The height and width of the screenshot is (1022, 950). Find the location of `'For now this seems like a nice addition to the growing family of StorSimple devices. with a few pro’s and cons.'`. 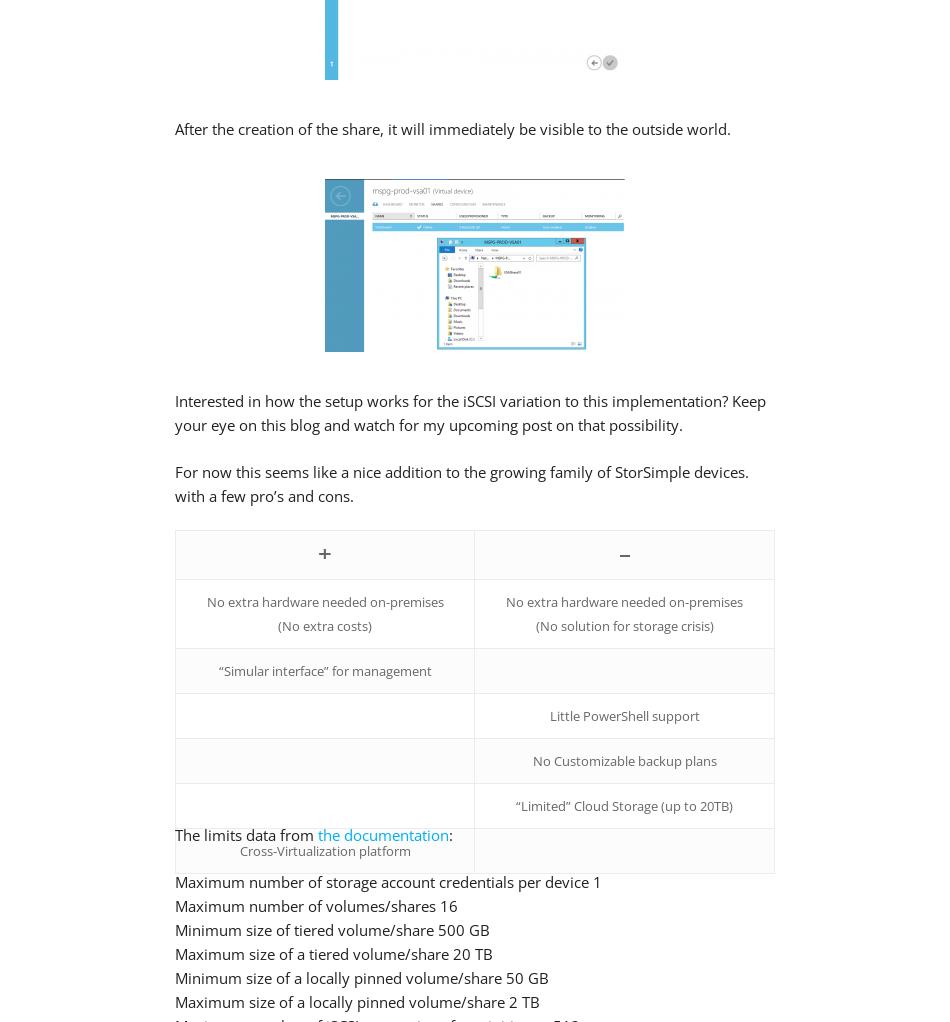

'For now this seems like a nice addition to the growing family of StorSimple devices. with a few pro’s and cons.' is located at coordinates (460, 482).